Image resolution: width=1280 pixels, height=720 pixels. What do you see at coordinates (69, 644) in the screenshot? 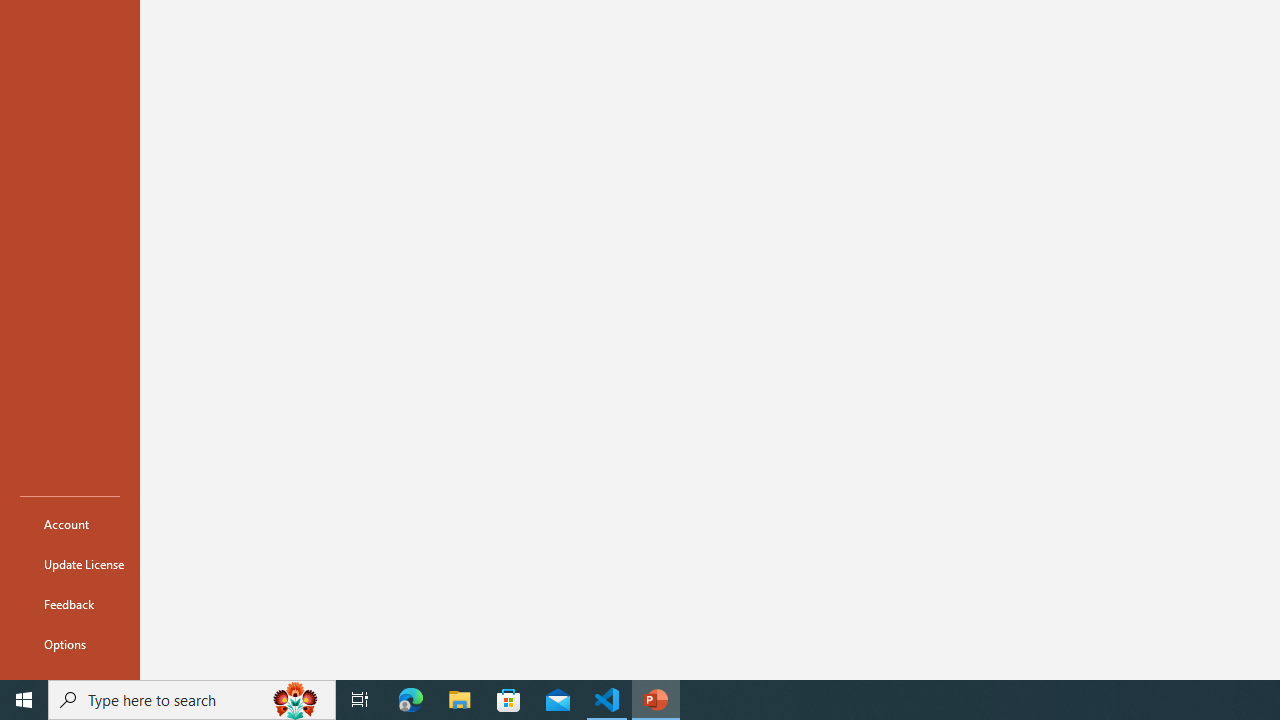
I see `'Options'` at bounding box center [69, 644].